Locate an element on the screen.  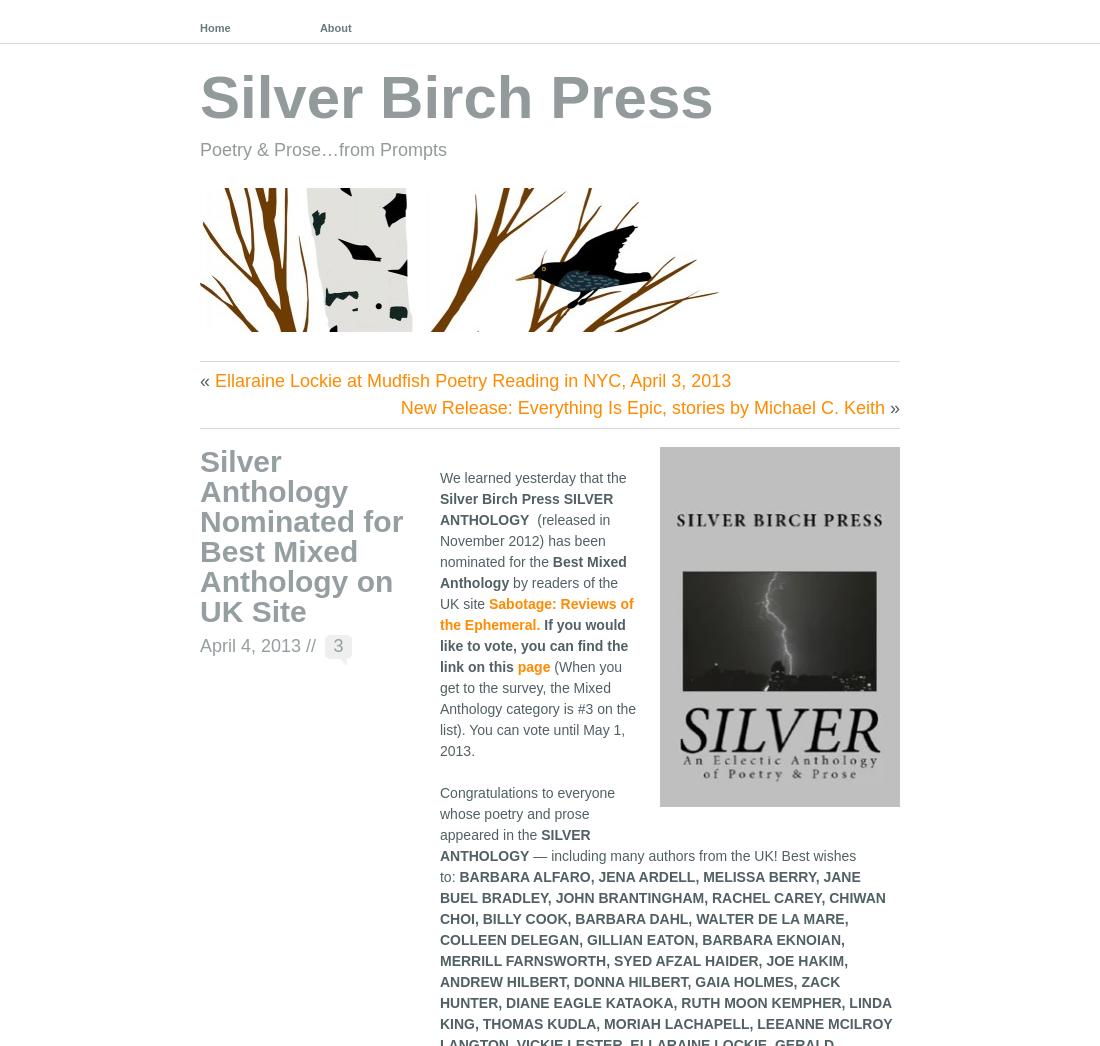
'Silver Anthology Nominated for Best Mixed Anthology on UK Site' is located at coordinates (198, 534).